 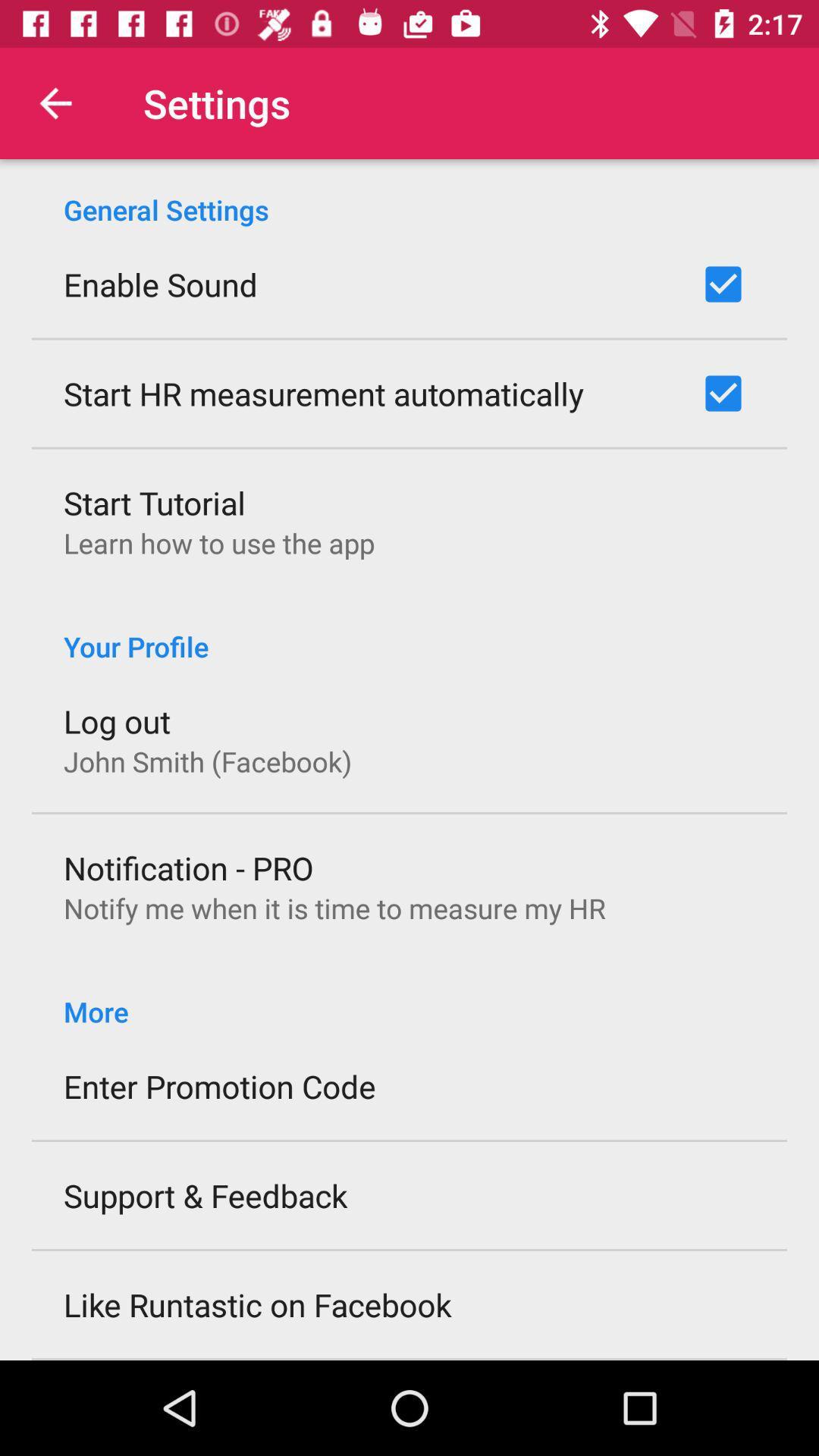 I want to click on notify me when item, so click(x=334, y=908).